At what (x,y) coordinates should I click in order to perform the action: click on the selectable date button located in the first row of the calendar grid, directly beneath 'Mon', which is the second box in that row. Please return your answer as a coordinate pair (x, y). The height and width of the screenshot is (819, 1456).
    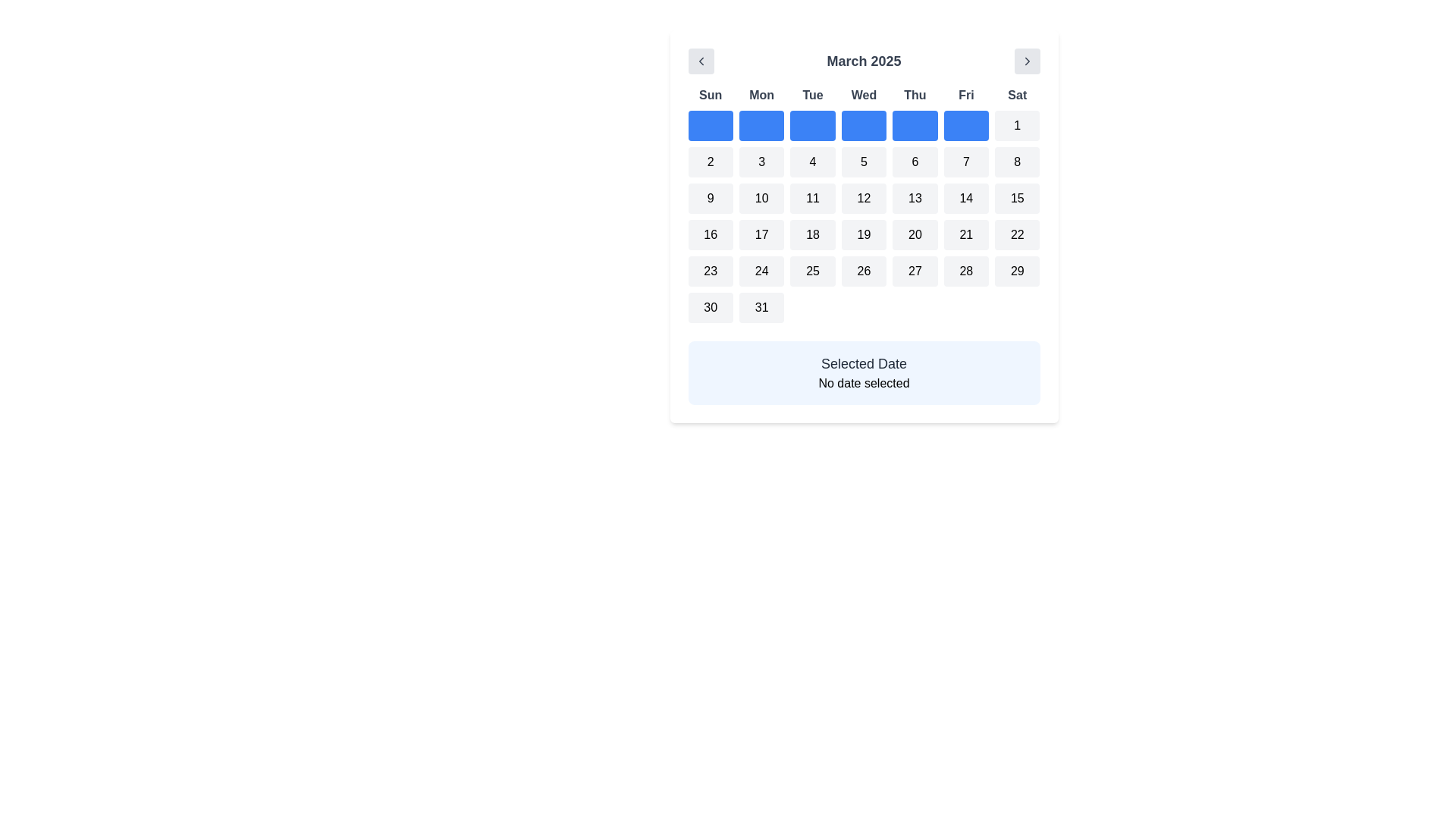
    Looking at the image, I should click on (761, 124).